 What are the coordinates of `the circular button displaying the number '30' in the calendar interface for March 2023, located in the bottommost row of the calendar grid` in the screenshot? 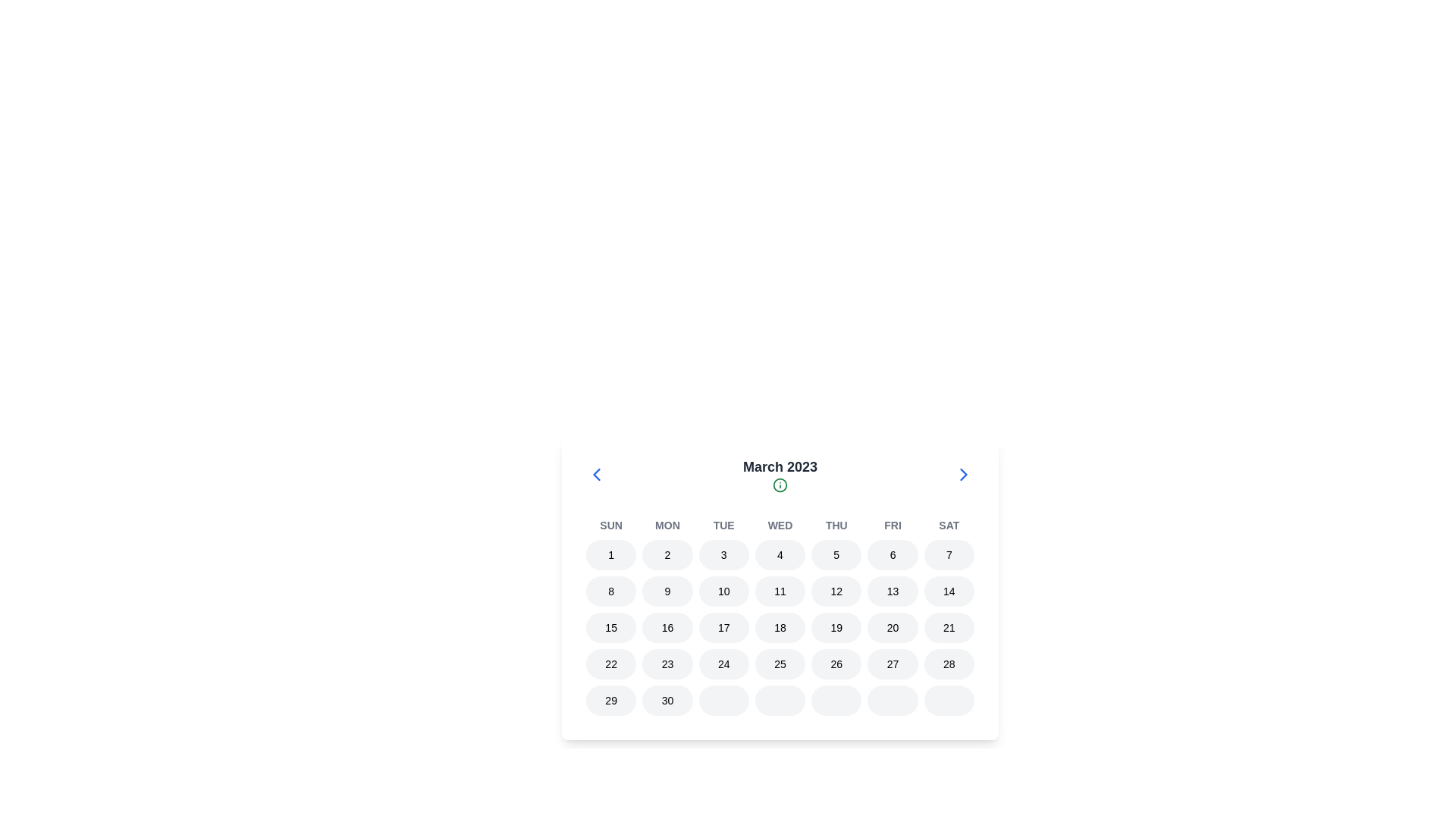 It's located at (667, 701).